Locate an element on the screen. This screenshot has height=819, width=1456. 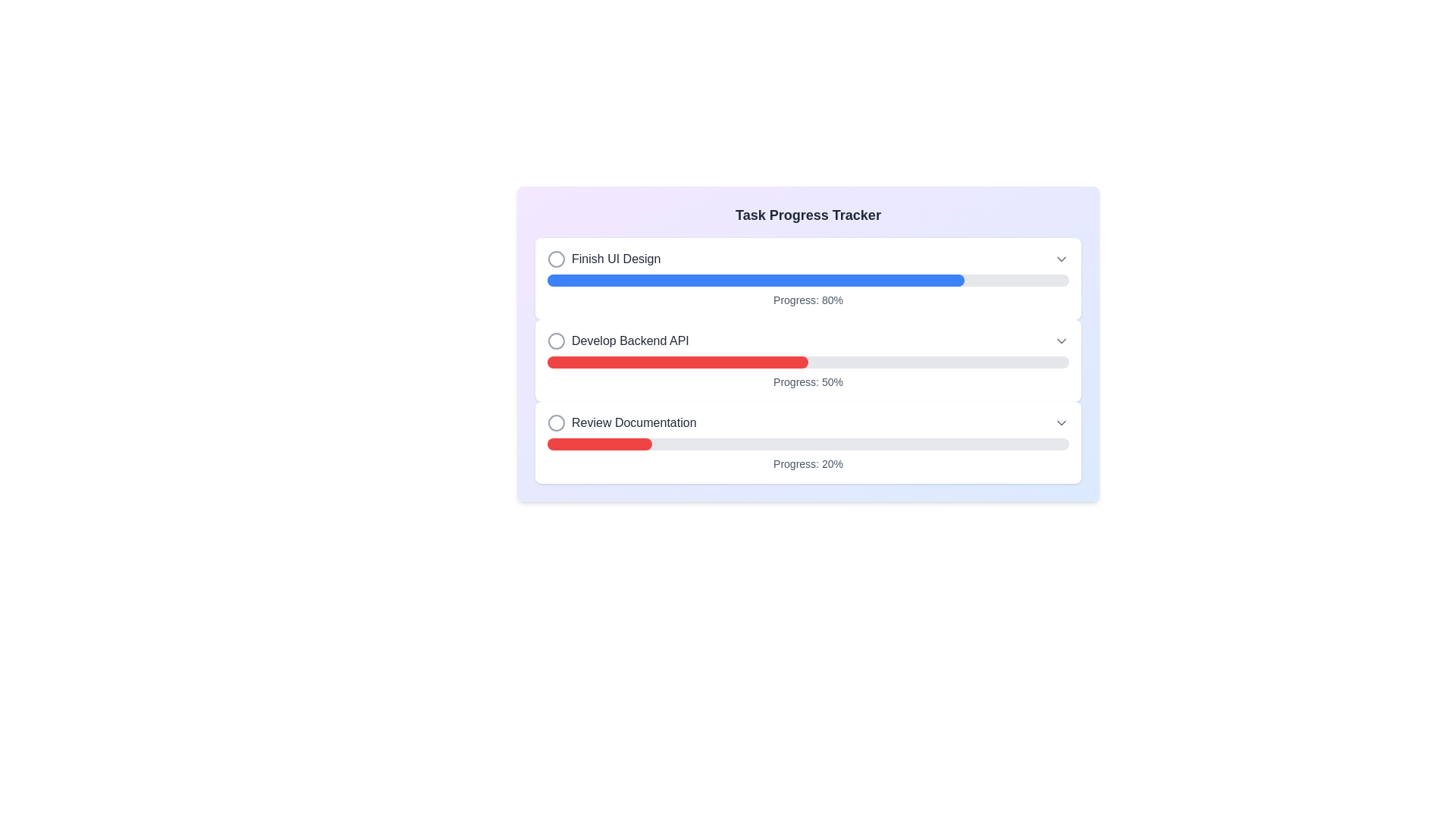
the label indicating the task titled 'Review Documentation' located in the third line item under 'Task Progress Tracker.' is located at coordinates (622, 423).